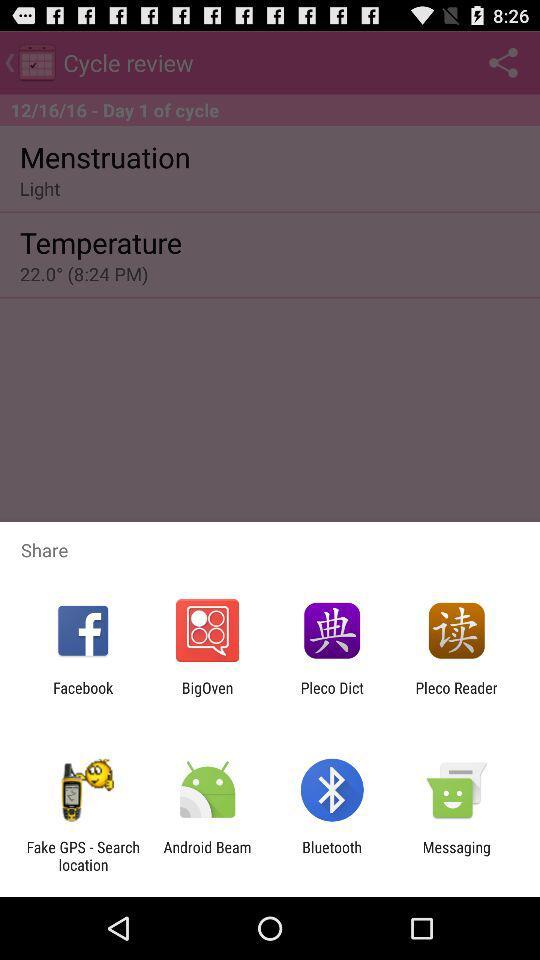 Image resolution: width=540 pixels, height=960 pixels. Describe the element at coordinates (82, 696) in the screenshot. I see `item next to bigoven` at that location.